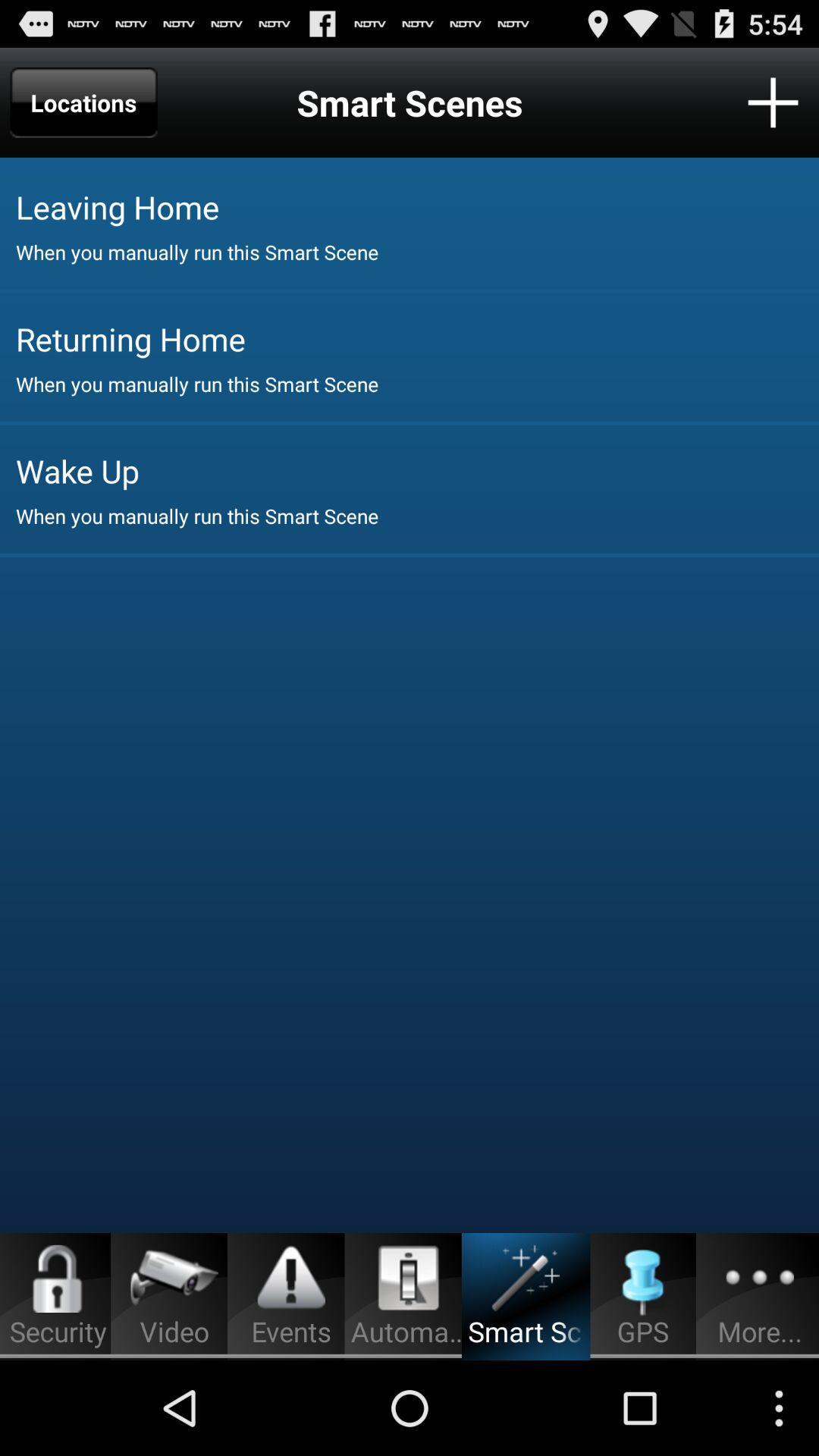  I want to click on returning home, so click(417, 337).